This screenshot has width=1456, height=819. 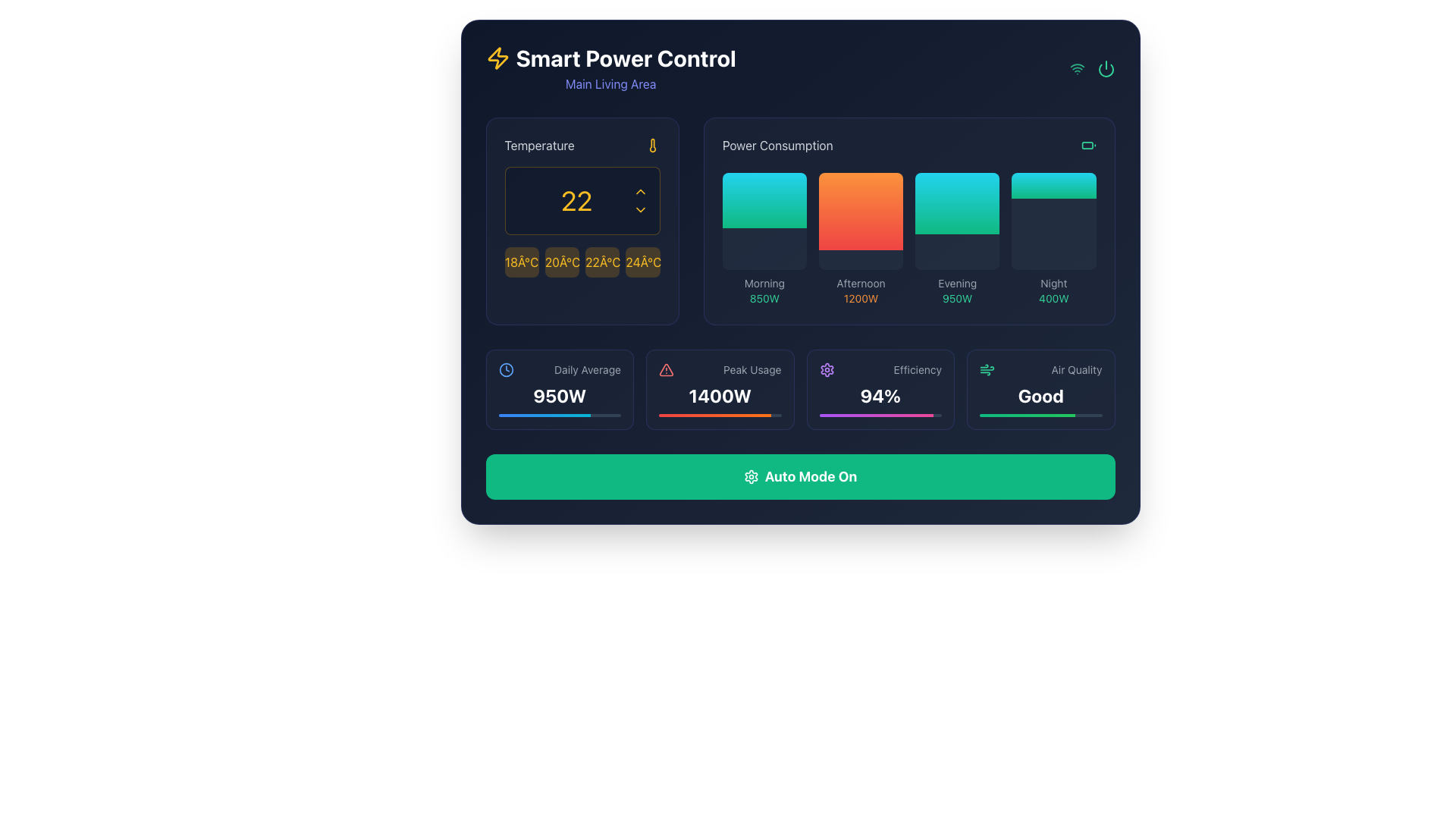 What do you see at coordinates (559, 394) in the screenshot?
I see `value displayed in the Text element that shows the daily average power consumption in watts (W), located under the 'Daily Average' section and centered within its card` at bounding box center [559, 394].